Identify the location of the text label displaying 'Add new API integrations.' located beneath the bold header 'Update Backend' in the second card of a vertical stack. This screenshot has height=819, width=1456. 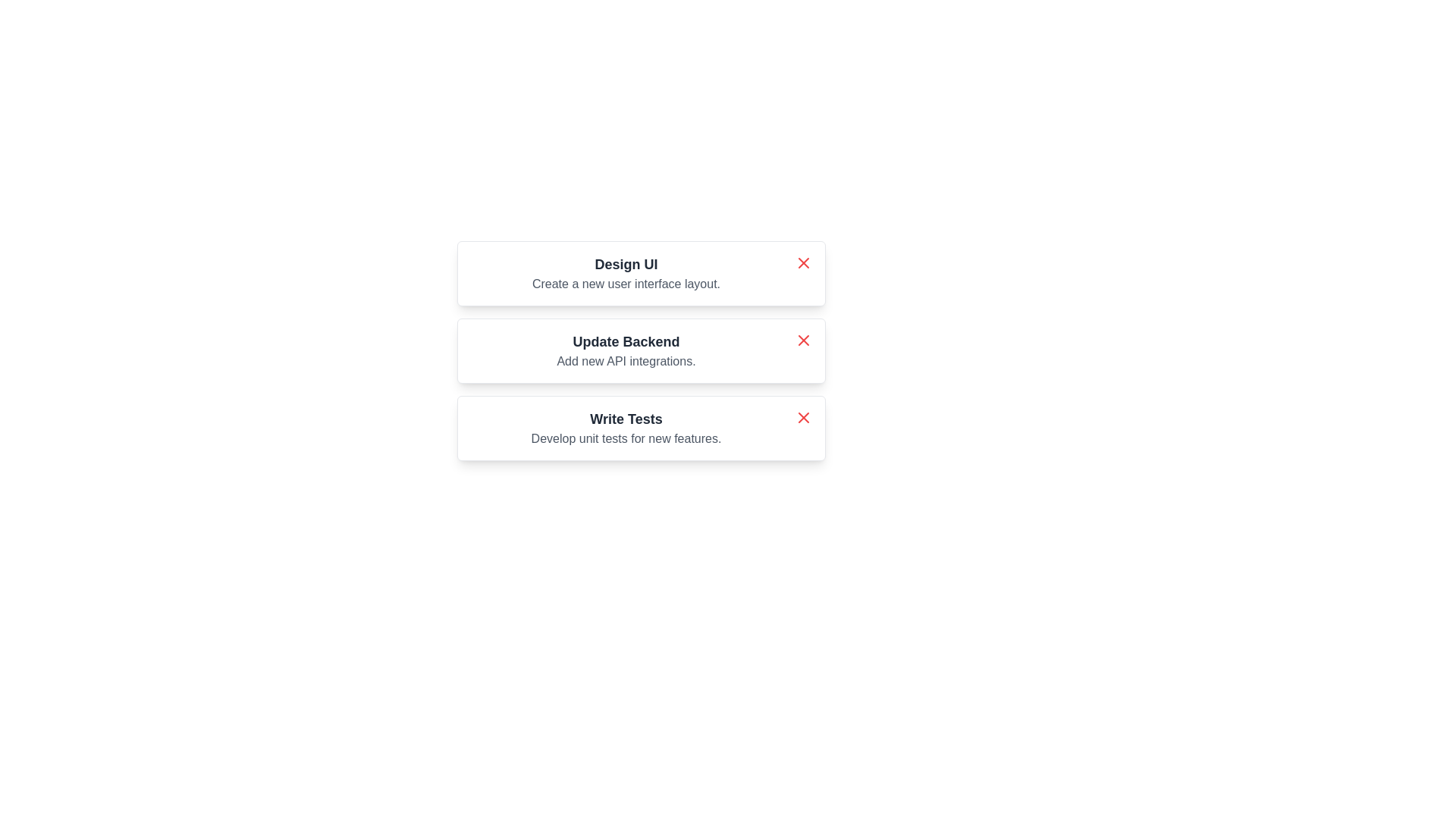
(626, 362).